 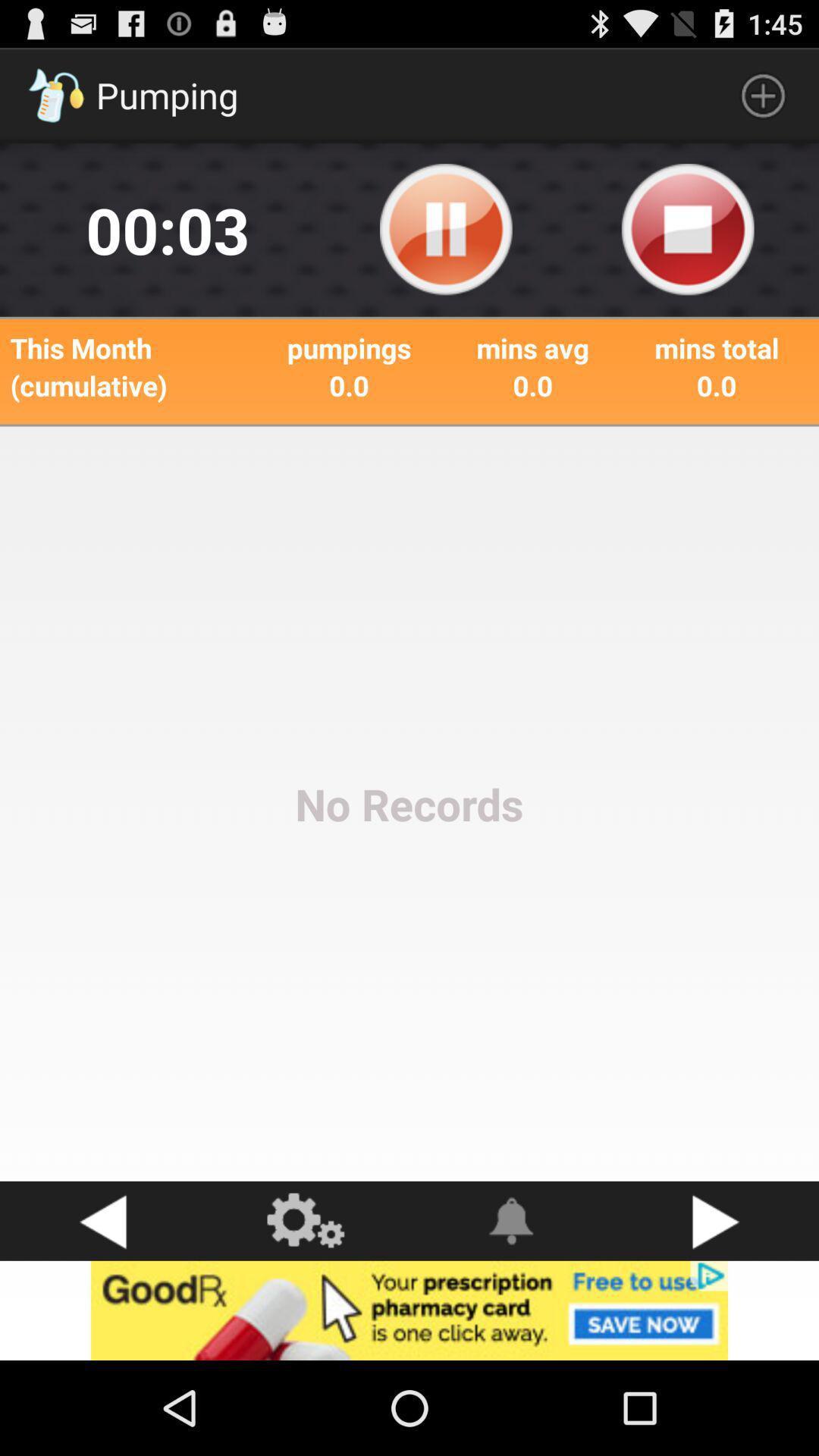 What do you see at coordinates (102, 1306) in the screenshot?
I see `the arrow_backward icon` at bounding box center [102, 1306].